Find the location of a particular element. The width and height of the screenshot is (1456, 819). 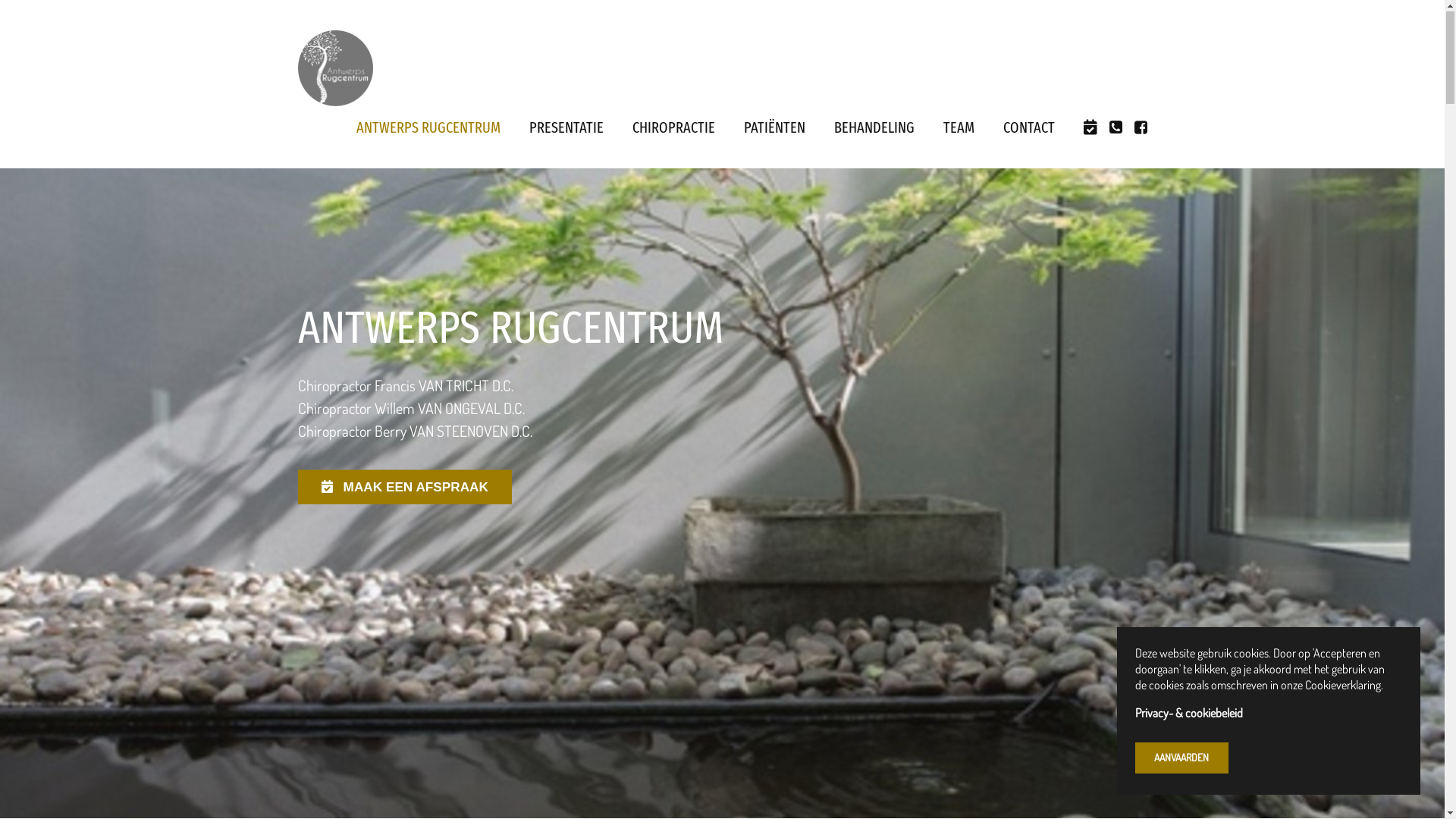

'   MAAK EEN AFSPRAAK' is located at coordinates (407, 485).